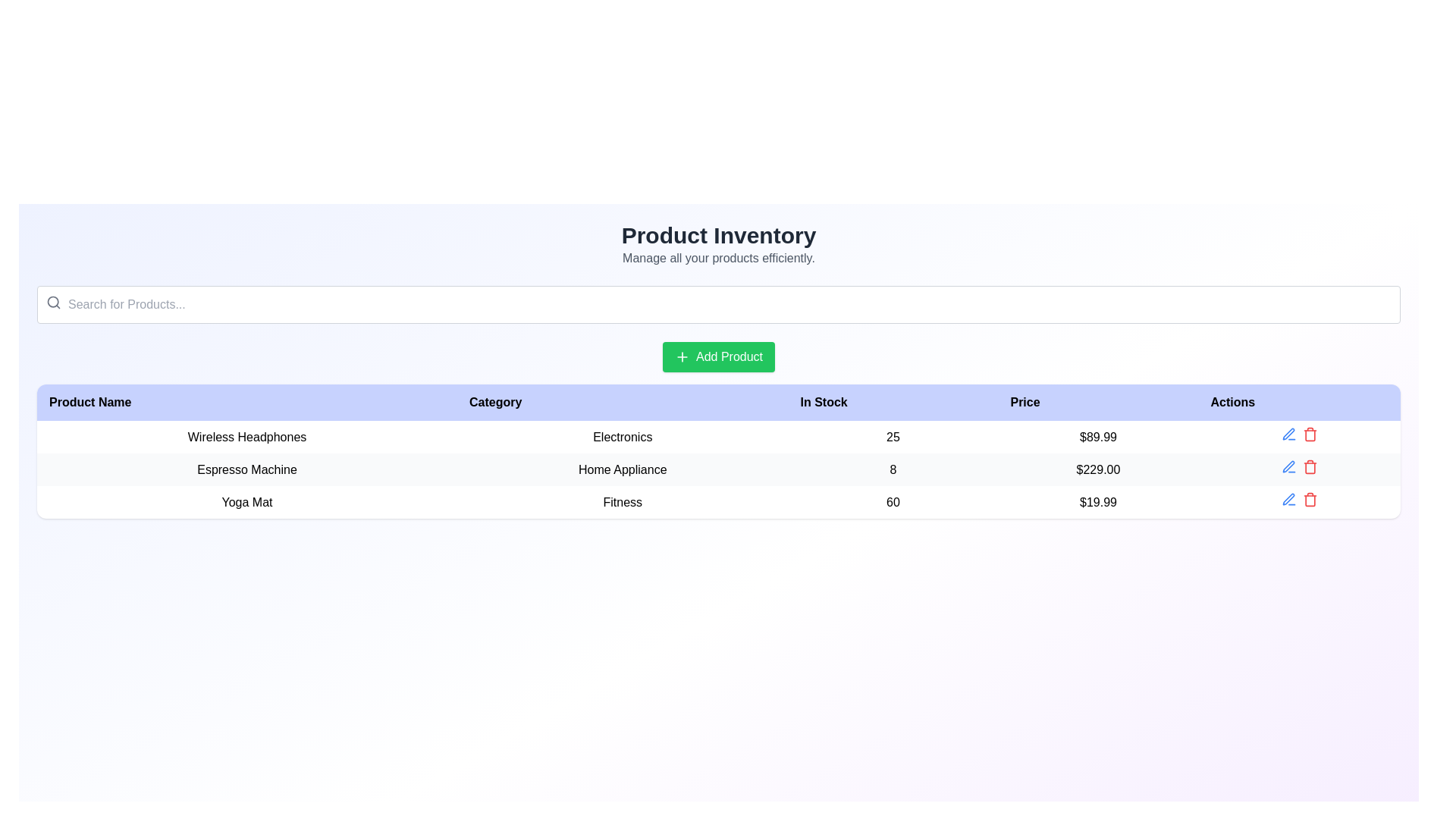 The height and width of the screenshot is (819, 1456). I want to click on the 'Home Appliance' label in the 'Category' column of the table for the product 'Espresso Machine', so click(623, 469).